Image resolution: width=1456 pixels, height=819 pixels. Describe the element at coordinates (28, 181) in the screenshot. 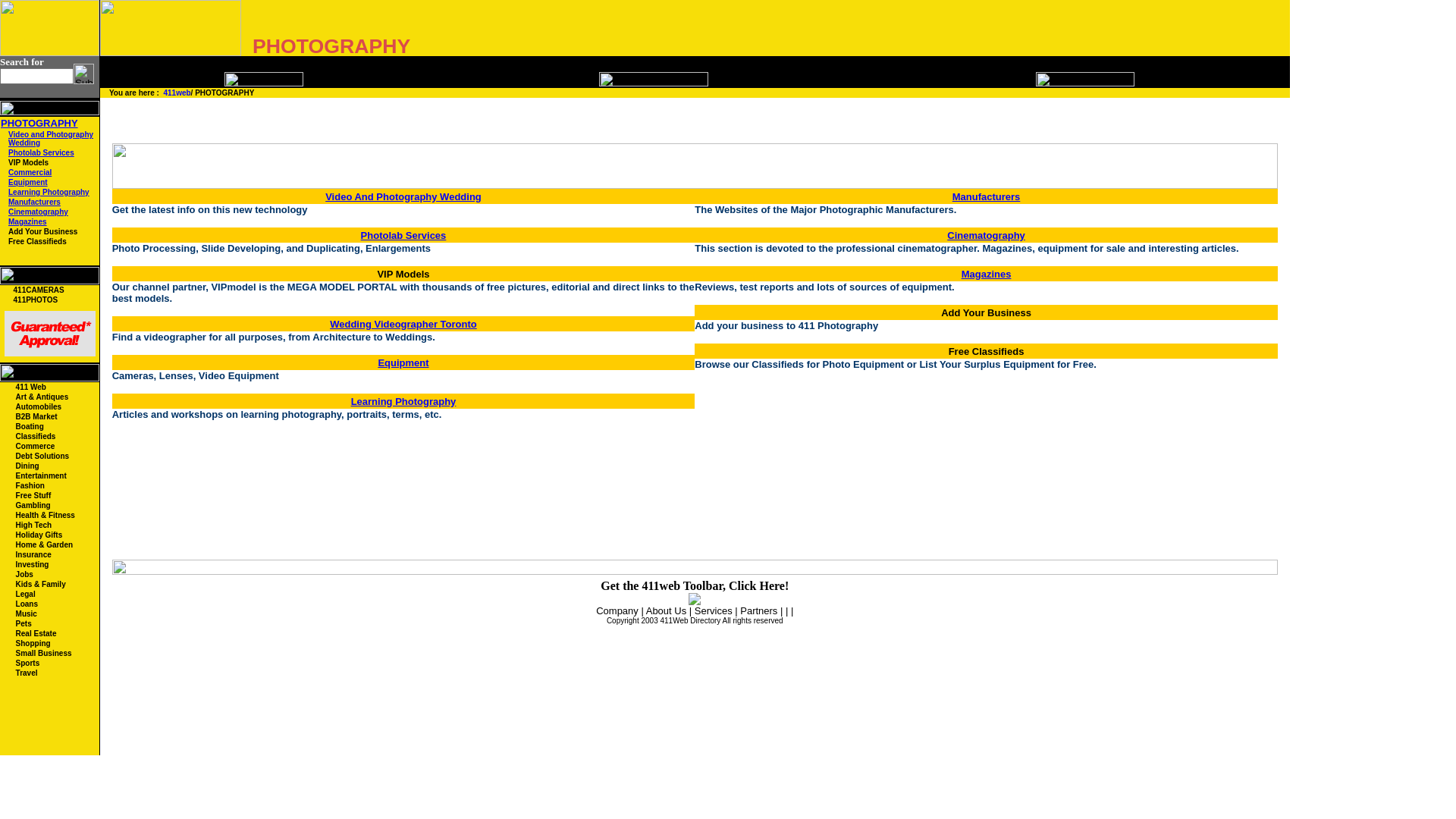

I see `'Equipment'` at that location.